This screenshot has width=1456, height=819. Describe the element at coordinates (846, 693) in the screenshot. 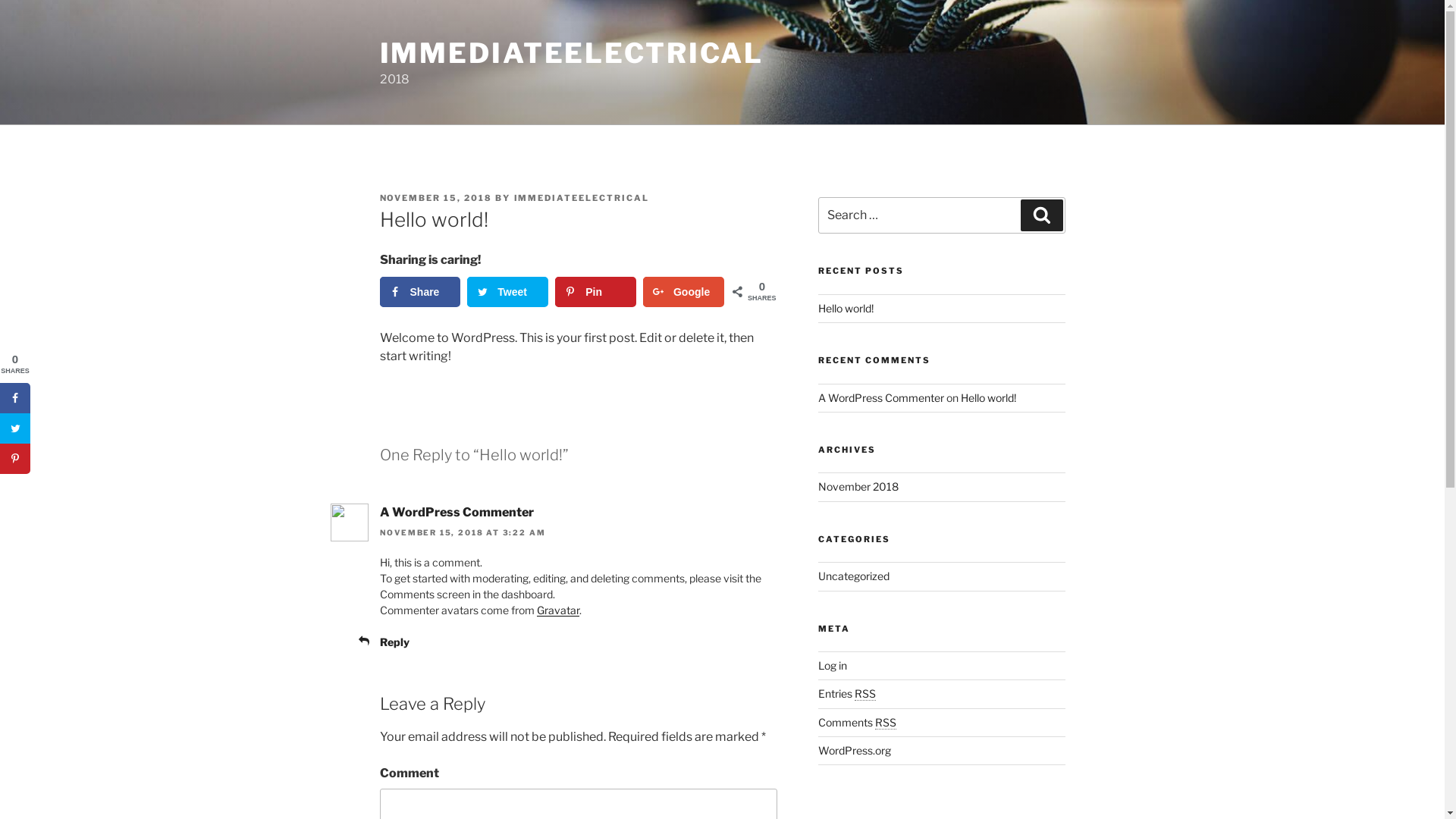

I see `'Entries RSS'` at that location.